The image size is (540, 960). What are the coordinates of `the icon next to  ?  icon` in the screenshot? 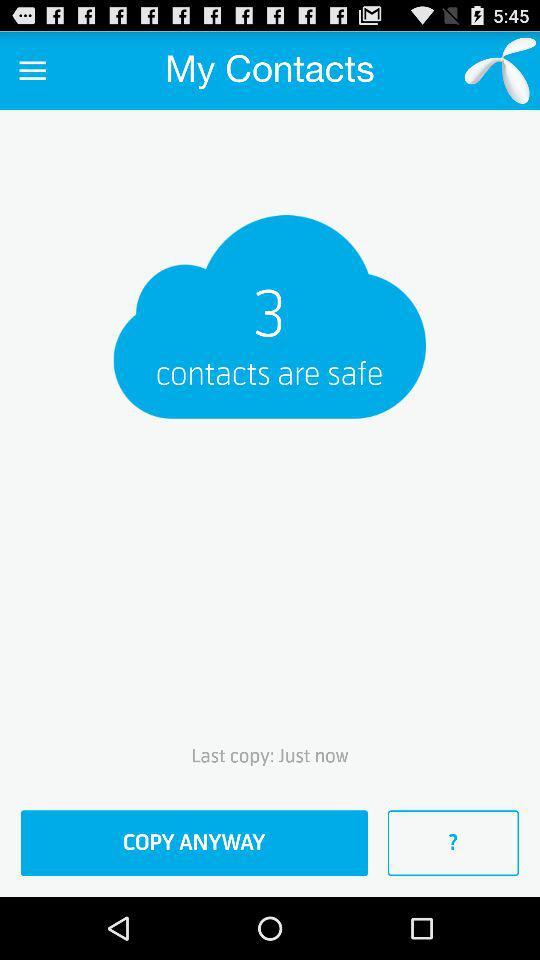 It's located at (194, 842).